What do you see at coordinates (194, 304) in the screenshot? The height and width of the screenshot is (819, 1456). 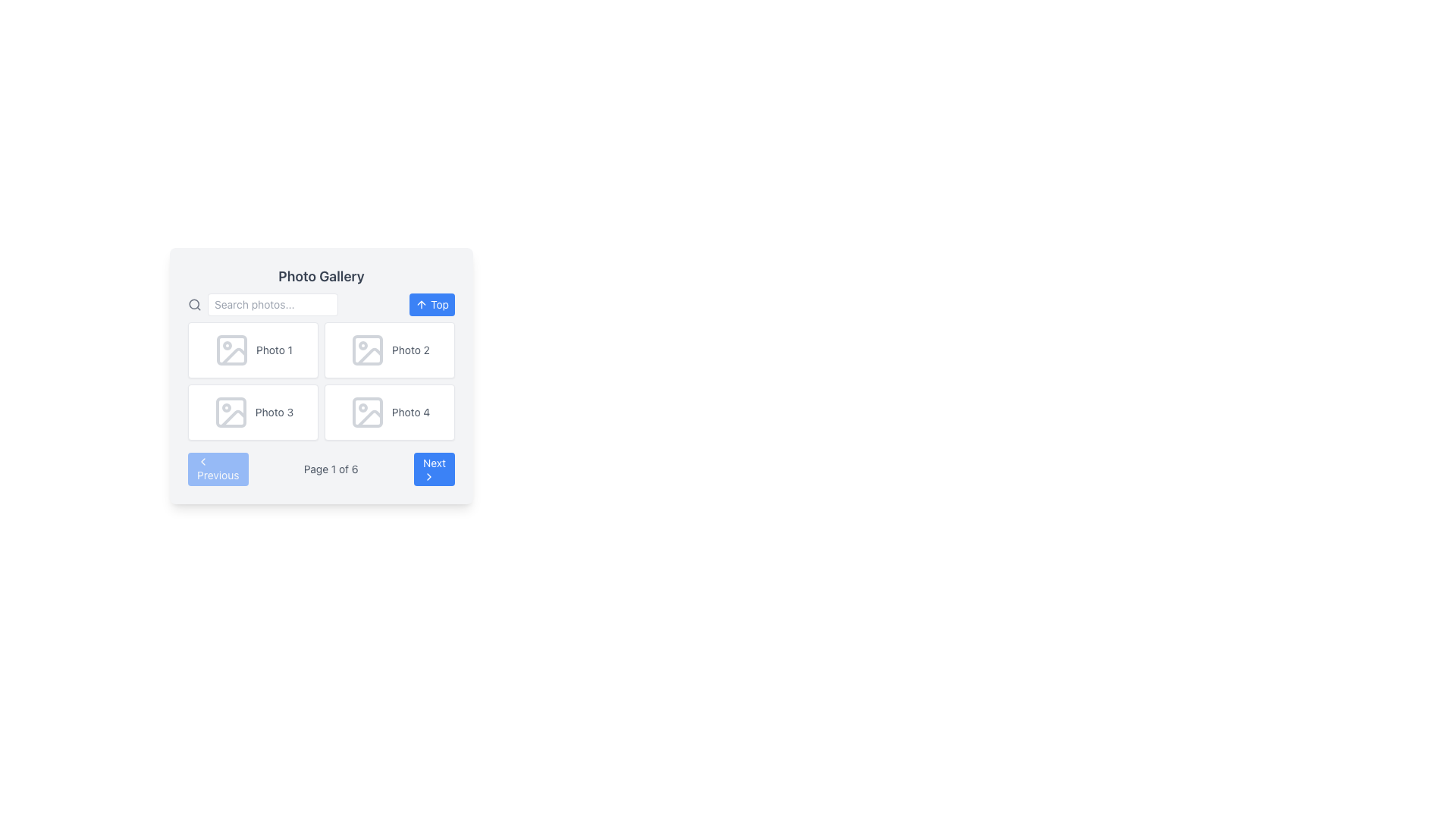 I see `the magnifying glass icon representing the search functionality, which is located at the leftmost position of the horizontal layout in the Photo Gallery interface` at bounding box center [194, 304].